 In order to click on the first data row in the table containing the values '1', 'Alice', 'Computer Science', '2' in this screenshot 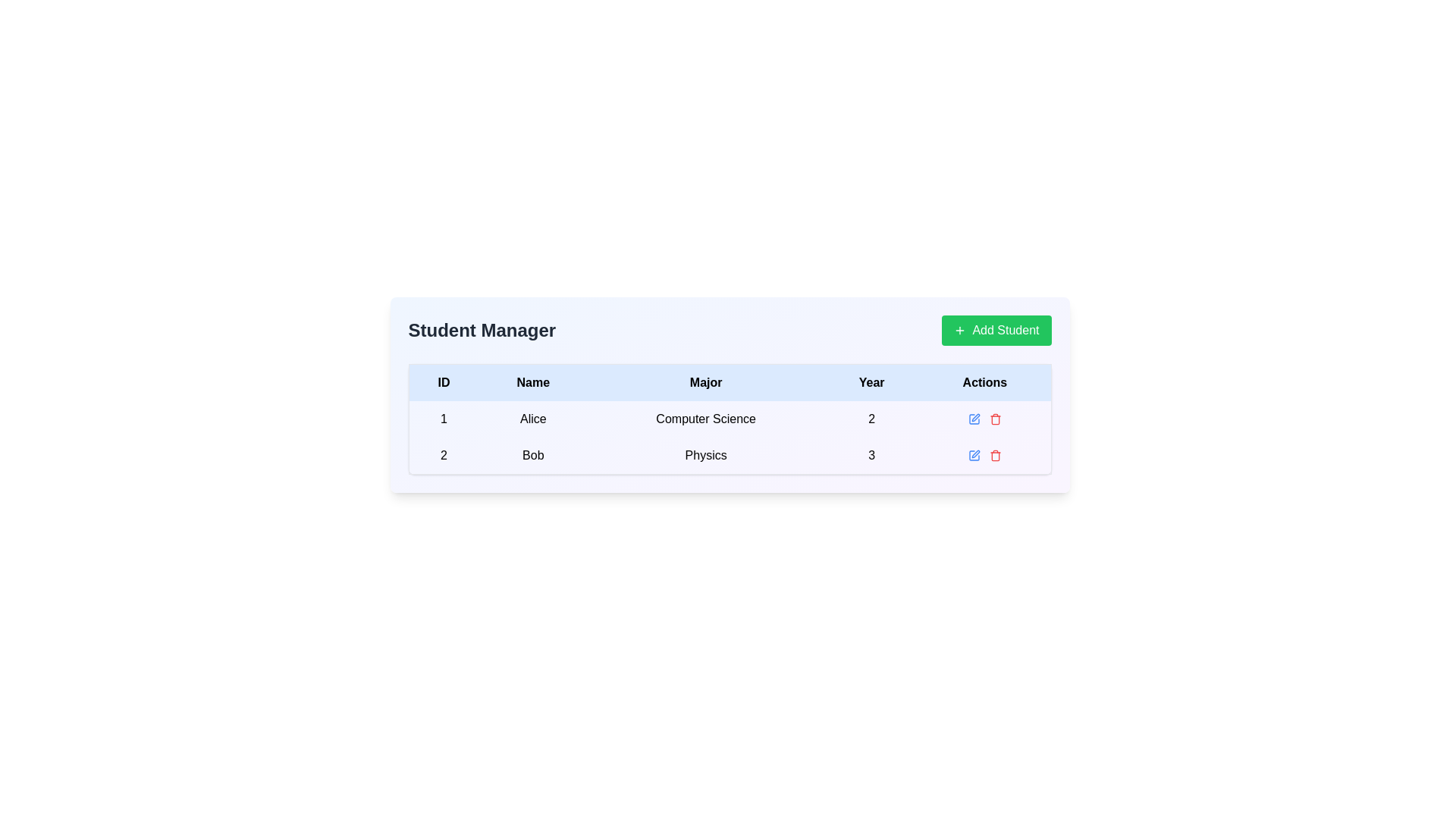, I will do `click(730, 438)`.